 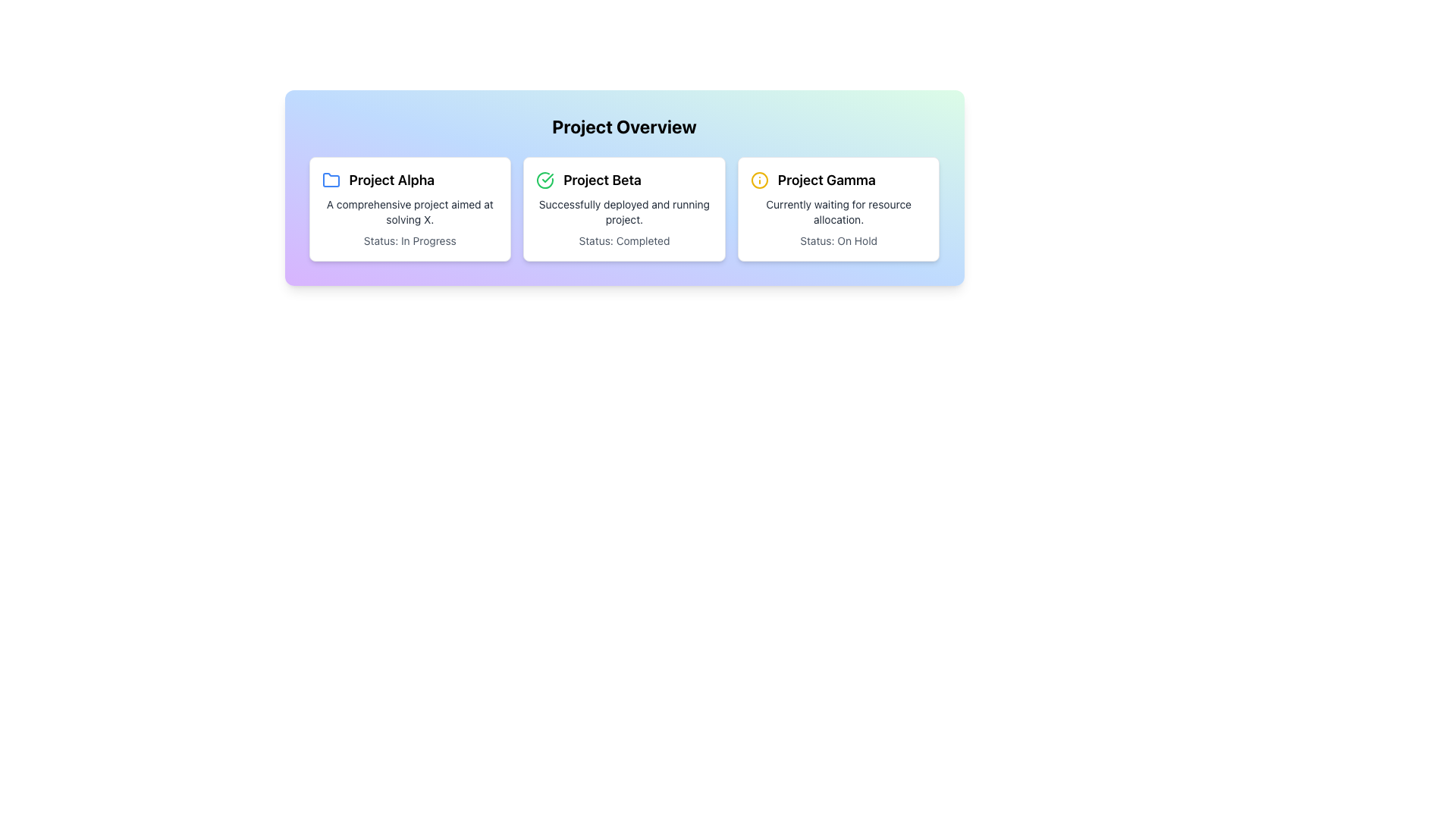 I want to click on the folder icon representing the 'Project Alpha' entity, located in the top-left corner of the 'Project Alpha' card, so click(x=330, y=179).